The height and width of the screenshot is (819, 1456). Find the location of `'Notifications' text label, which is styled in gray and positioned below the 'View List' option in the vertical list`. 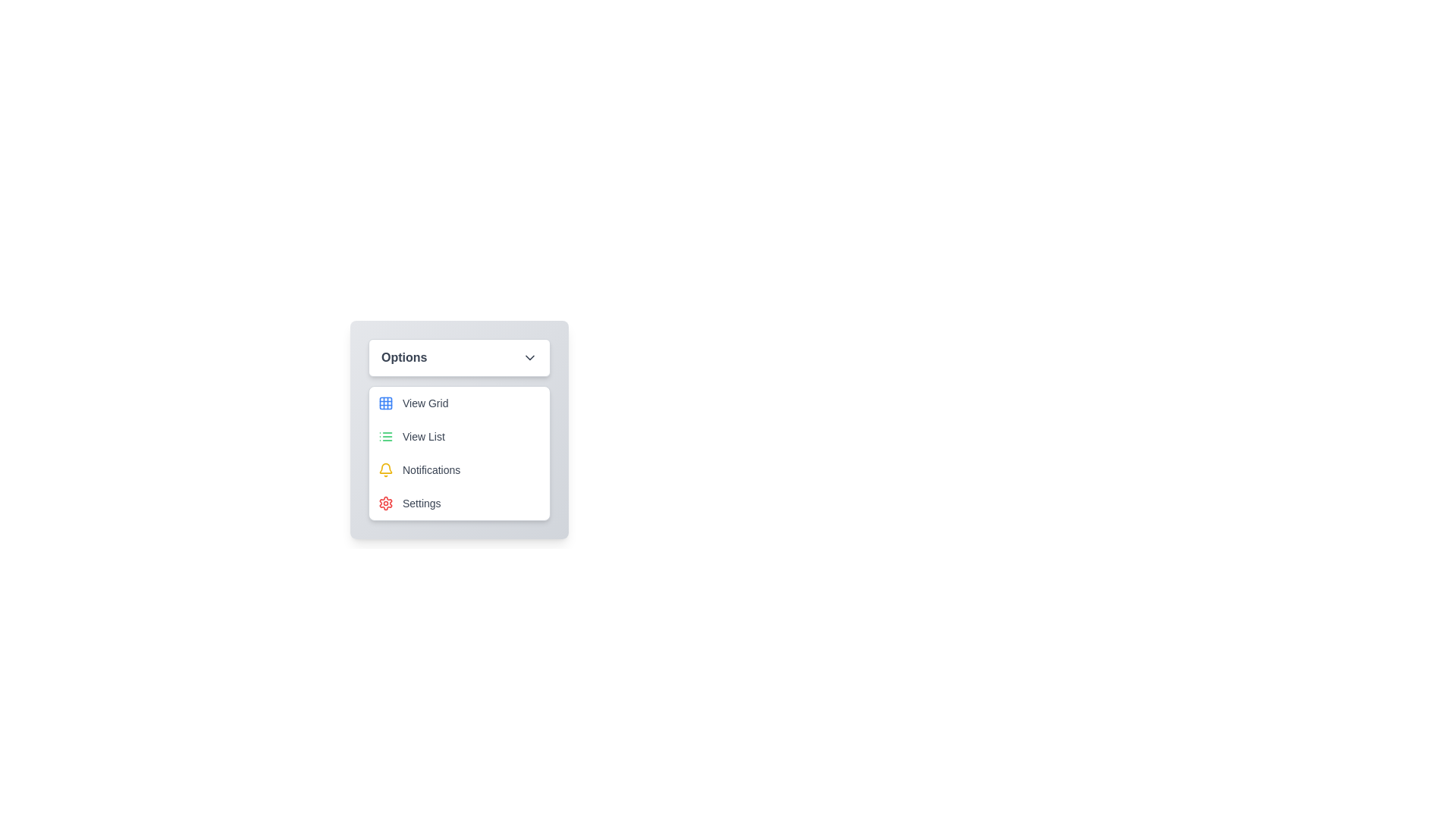

'Notifications' text label, which is styled in gray and positioned below the 'View List' option in the vertical list is located at coordinates (431, 469).